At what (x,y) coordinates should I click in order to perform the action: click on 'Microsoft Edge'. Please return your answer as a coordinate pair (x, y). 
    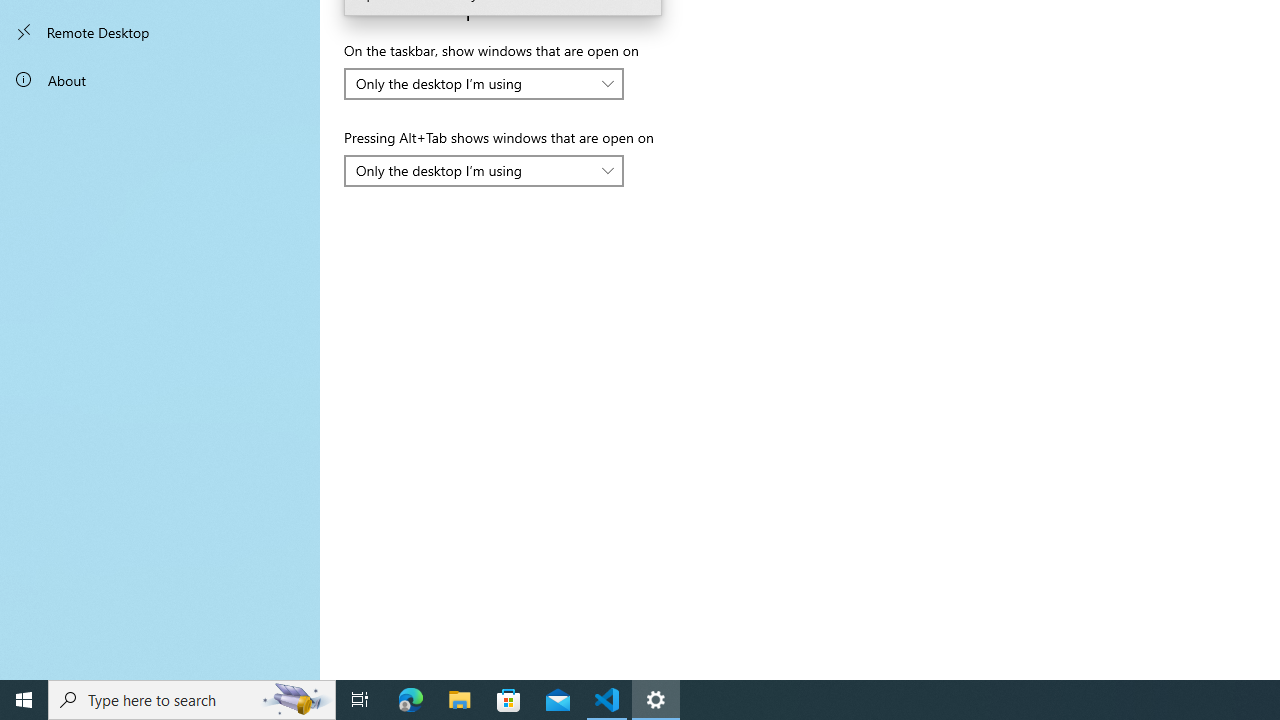
    Looking at the image, I should click on (410, 698).